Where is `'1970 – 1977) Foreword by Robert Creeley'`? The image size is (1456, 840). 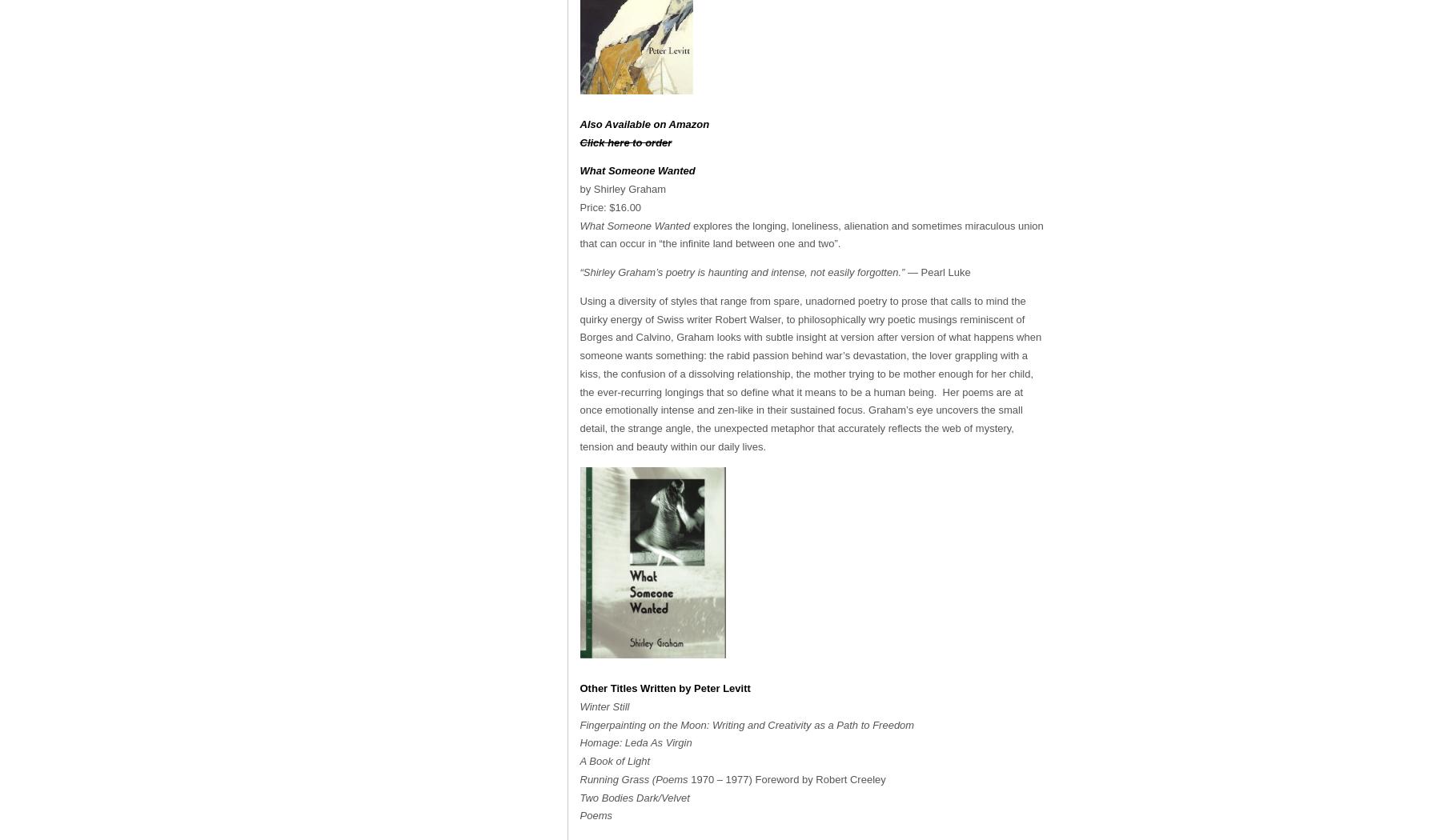 '1970 – 1977) Foreword by Robert Creeley' is located at coordinates (787, 778).